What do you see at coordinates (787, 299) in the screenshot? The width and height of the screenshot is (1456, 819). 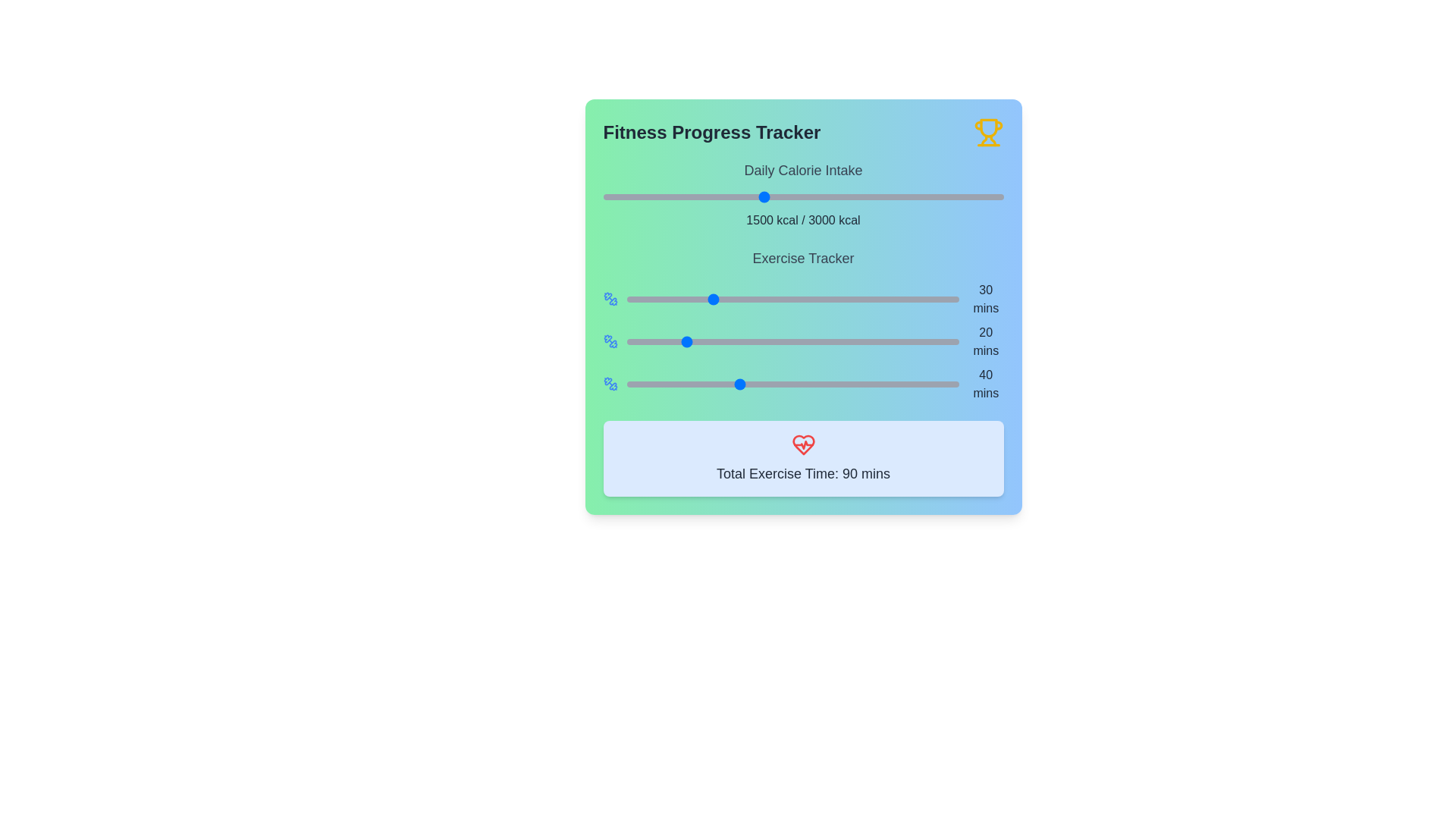 I see `the exercise time` at bounding box center [787, 299].